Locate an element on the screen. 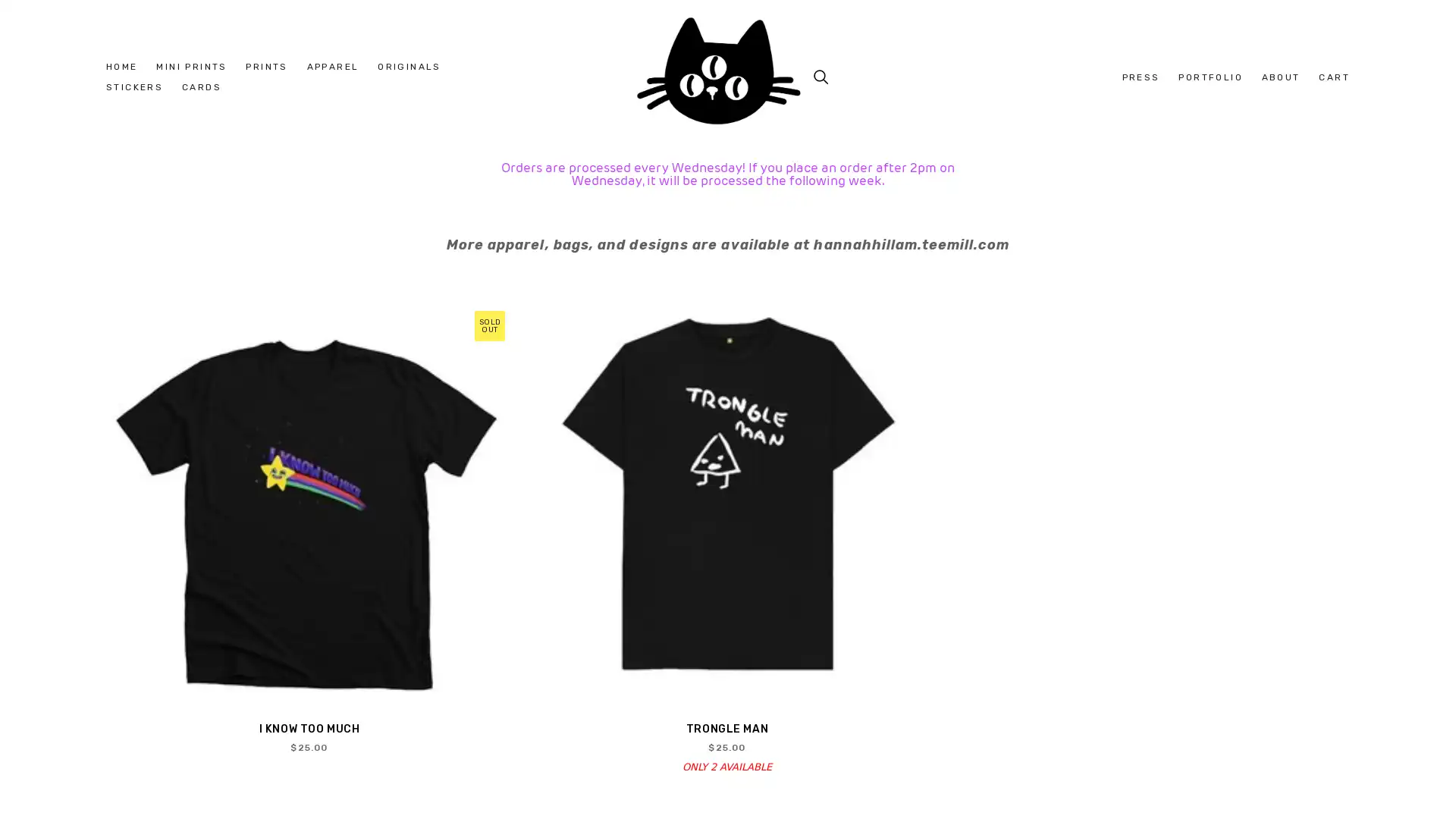  QUICK VIEW is located at coordinates (308, 528).